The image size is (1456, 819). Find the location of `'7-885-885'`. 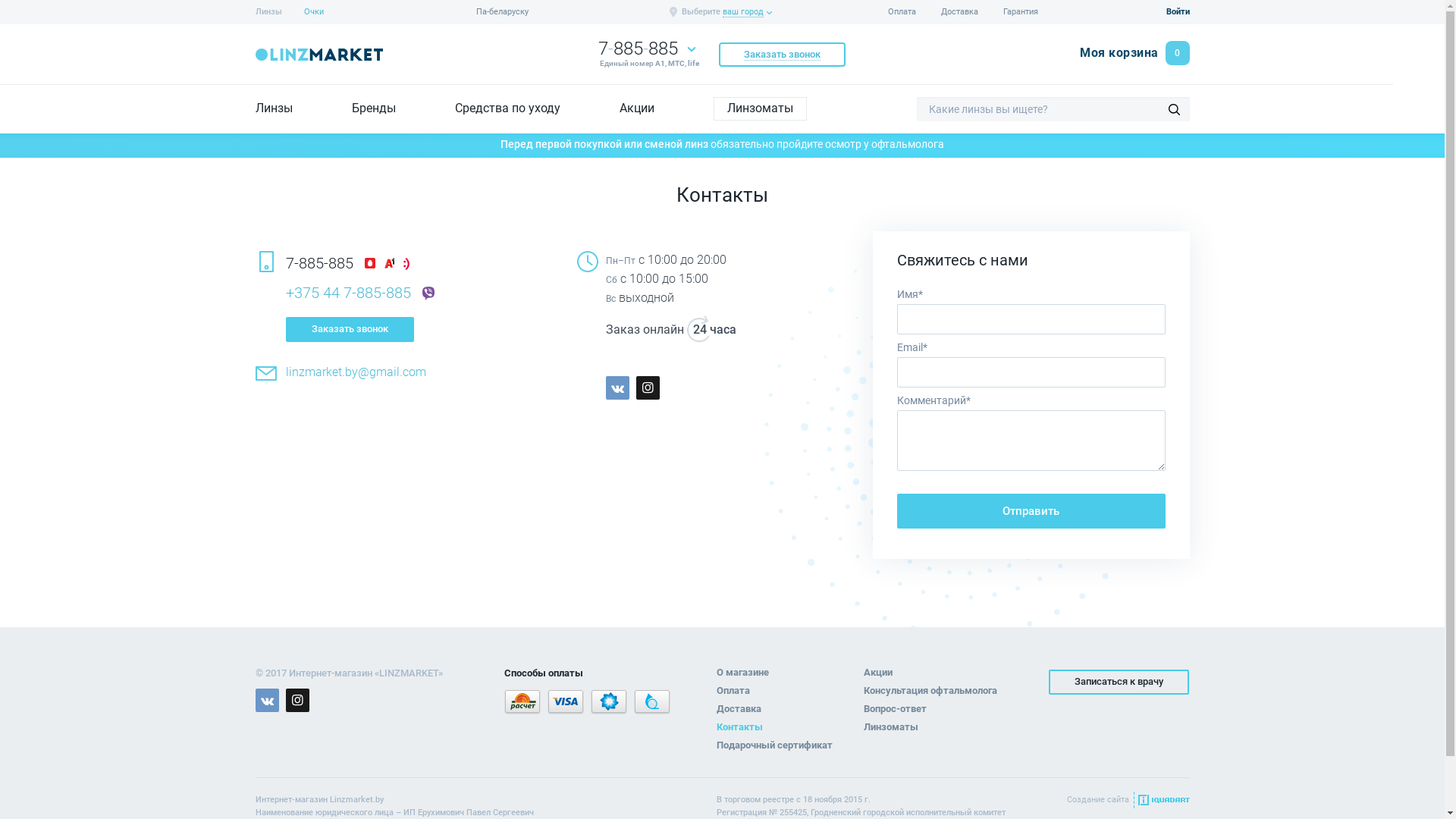

'7-885-885' is located at coordinates (318, 262).